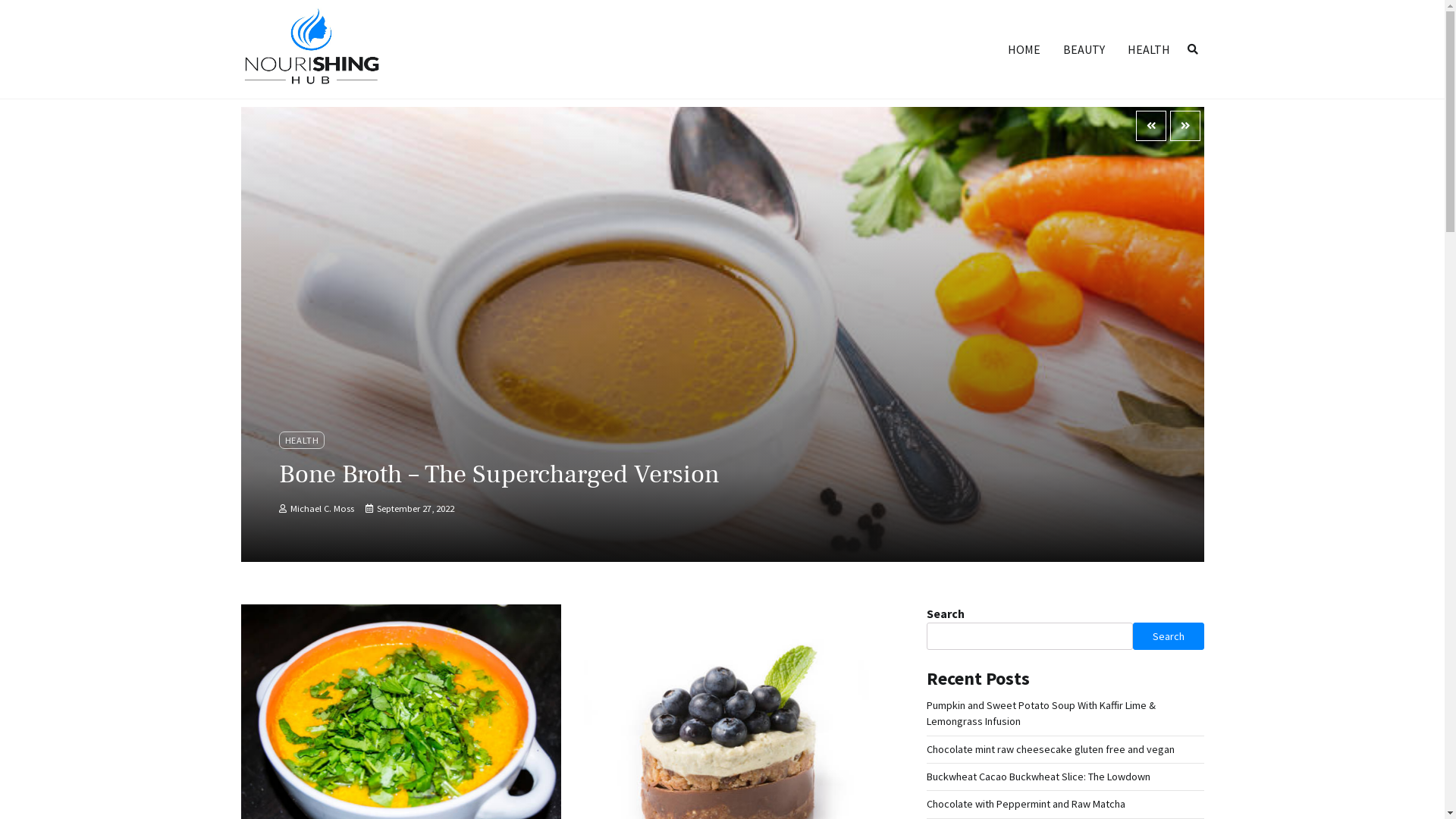 This screenshot has width=1456, height=819. What do you see at coordinates (1050, 748) in the screenshot?
I see `'Chocolate mint raw cheesecake gluten free and vegan'` at bounding box center [1050, 748].